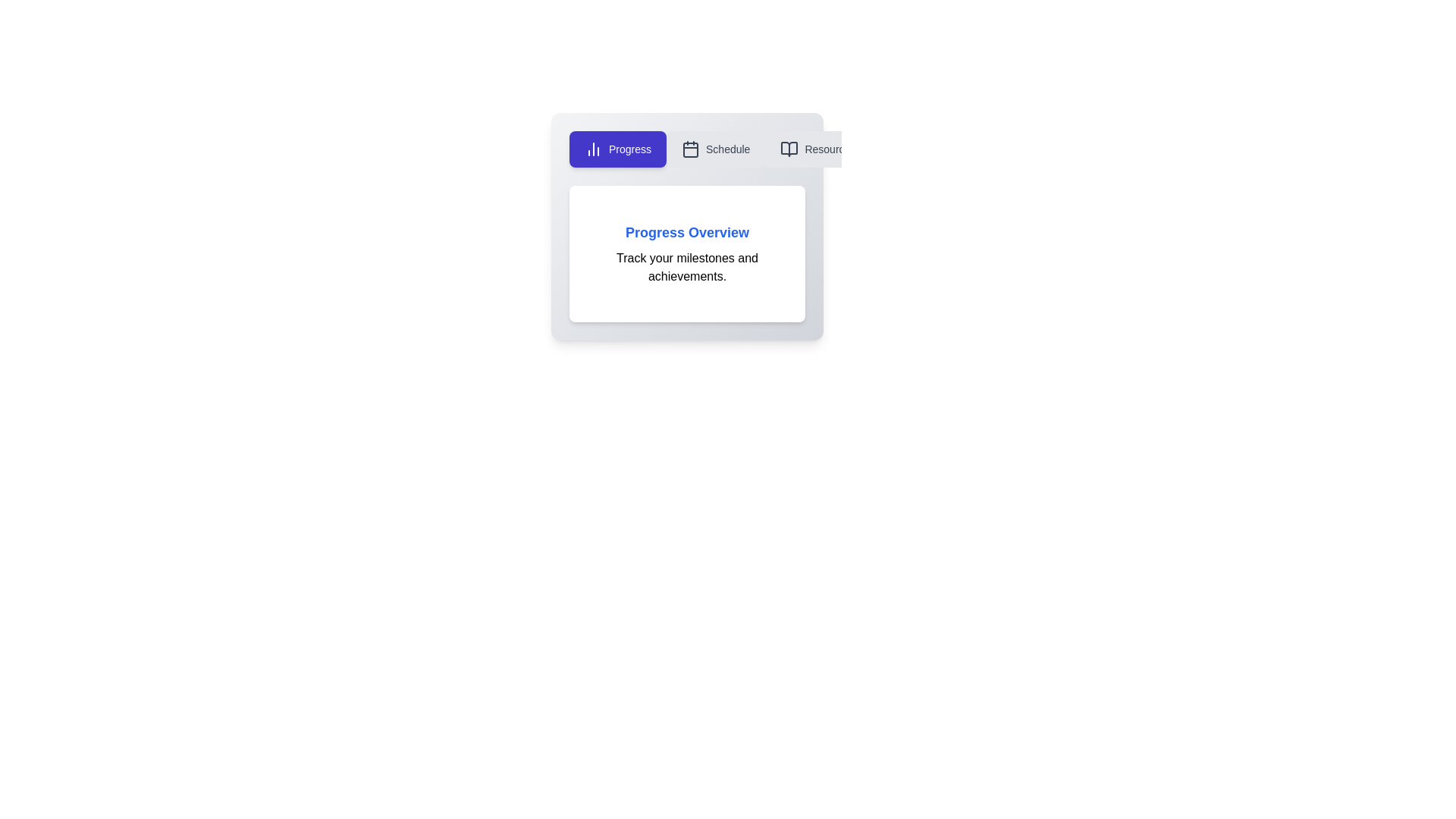 This screenshot has width=1456, height=819. Describe the element at coordinates (715, 149) in the screenshot. I see `the tab button labeled Schedule to switch to the corresponding tab` at that location.